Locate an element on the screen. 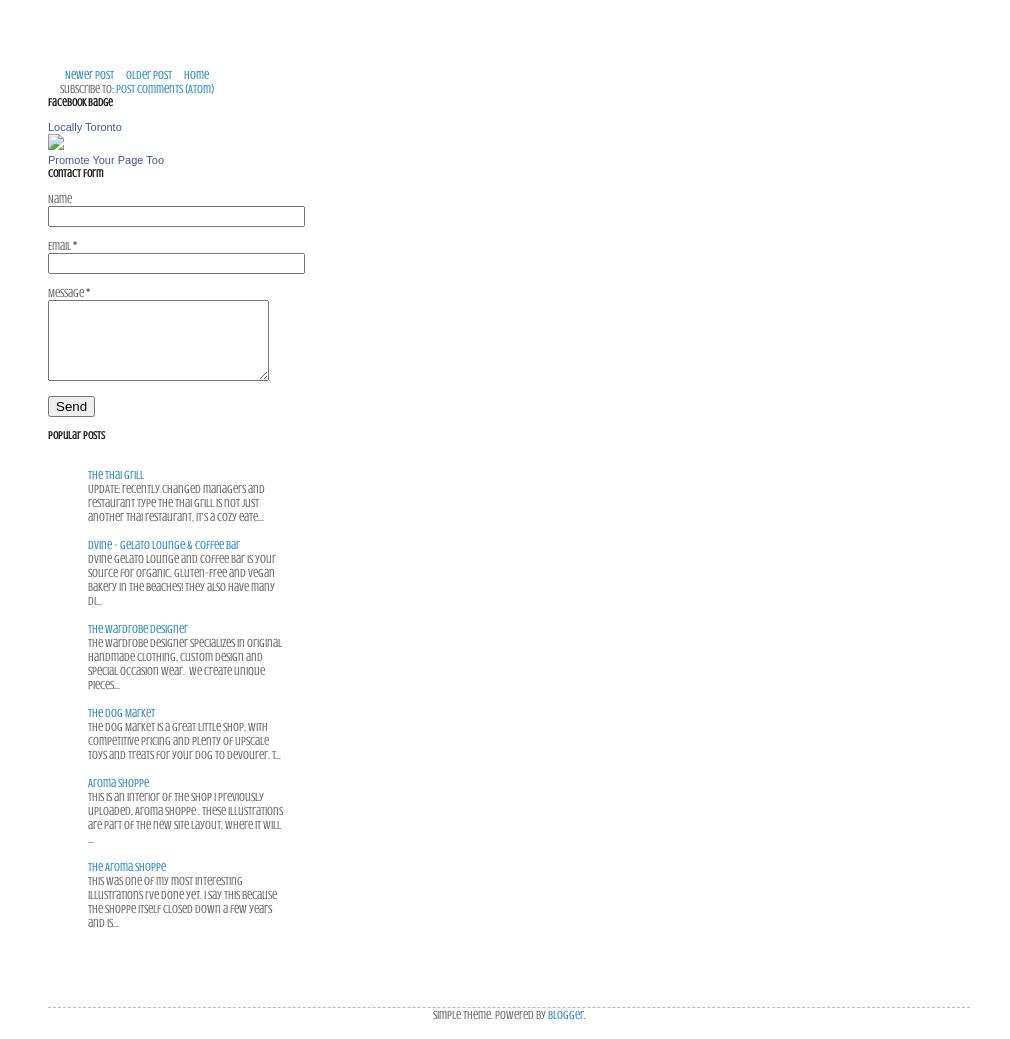 The width and height of the screenshot is (1010, 1039). 'Blogger' is located at coordinates (563, 1013).